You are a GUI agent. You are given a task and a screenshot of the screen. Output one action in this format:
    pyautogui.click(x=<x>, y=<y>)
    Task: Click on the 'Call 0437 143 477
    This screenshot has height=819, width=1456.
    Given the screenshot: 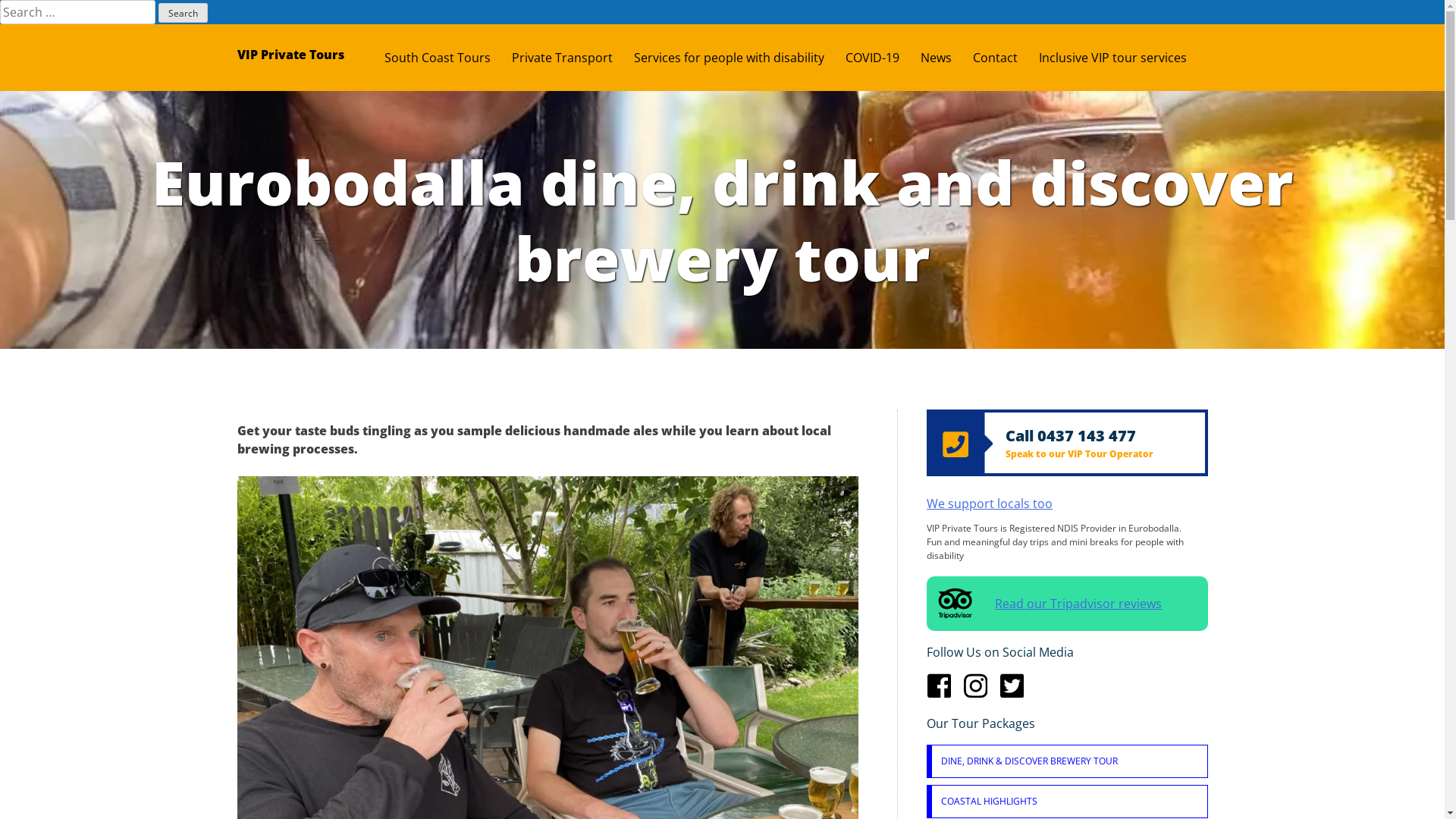 What is the action you would take?
    pyautogui.click(x=1065, y=442)
    